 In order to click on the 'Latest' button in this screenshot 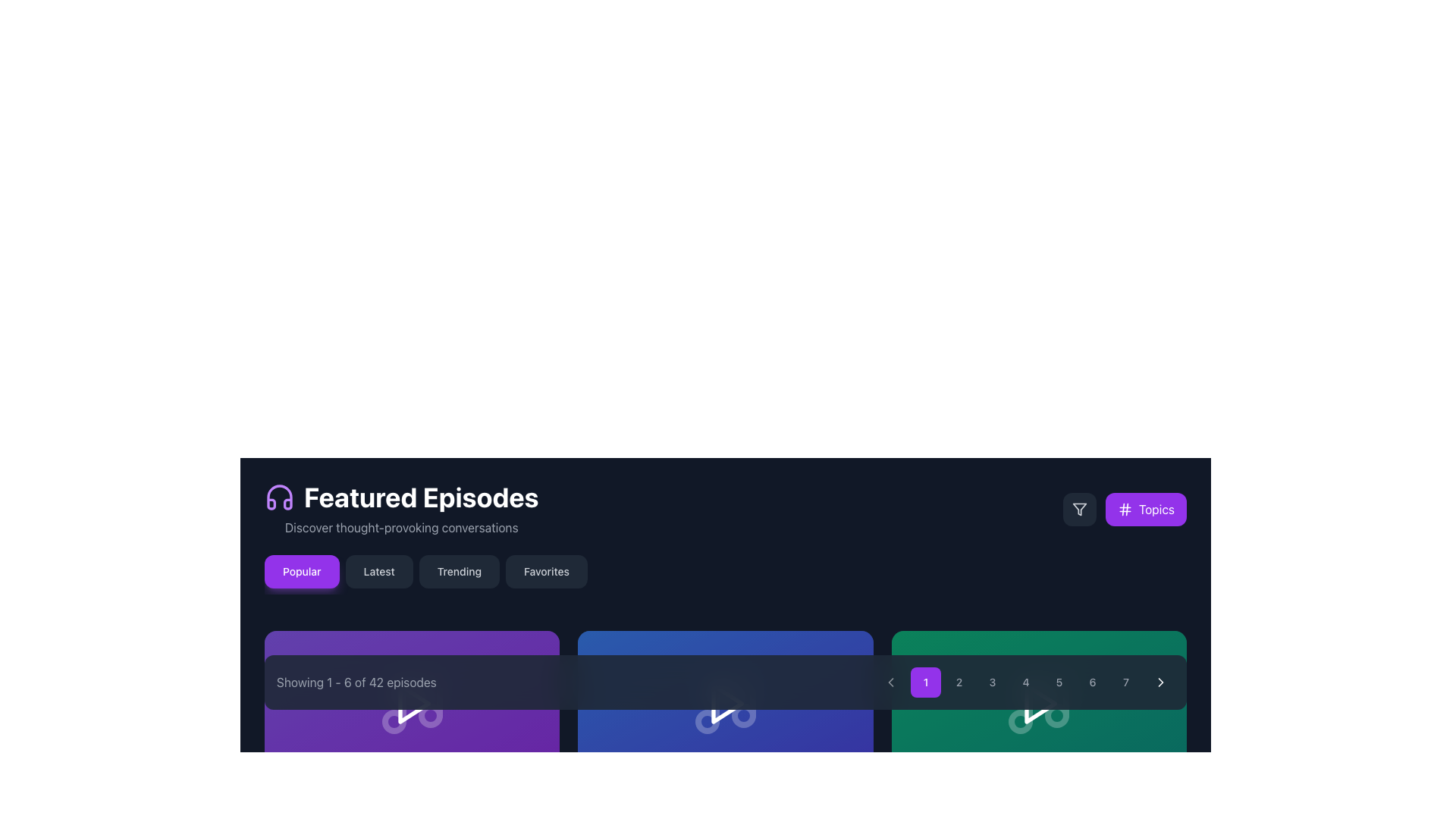, I will do `click(379, 571)`.